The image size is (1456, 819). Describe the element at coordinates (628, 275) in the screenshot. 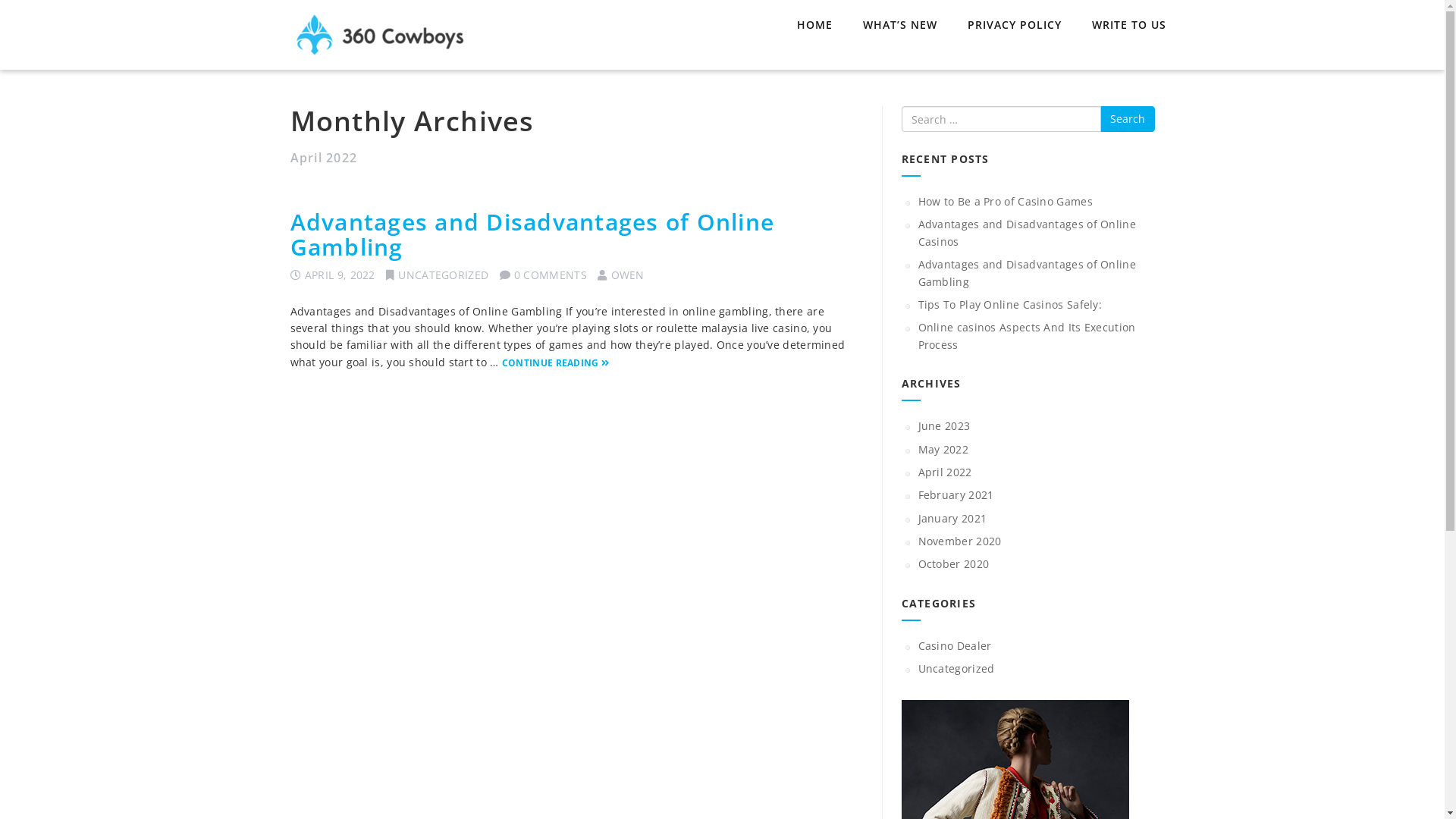

I see `'OWEN'` at that location.